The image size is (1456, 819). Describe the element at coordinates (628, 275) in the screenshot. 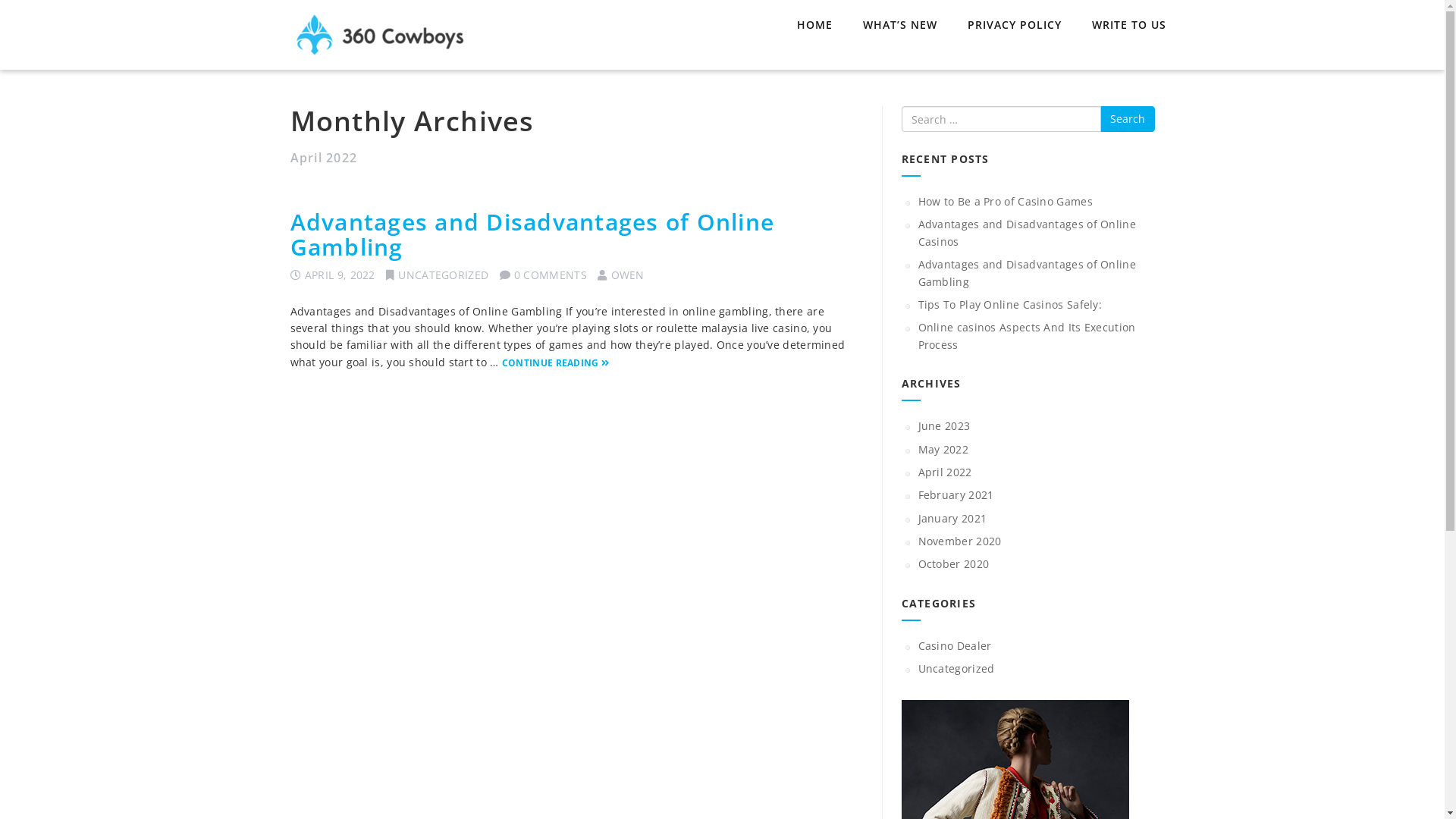

I see `'OWEN'` at that location.